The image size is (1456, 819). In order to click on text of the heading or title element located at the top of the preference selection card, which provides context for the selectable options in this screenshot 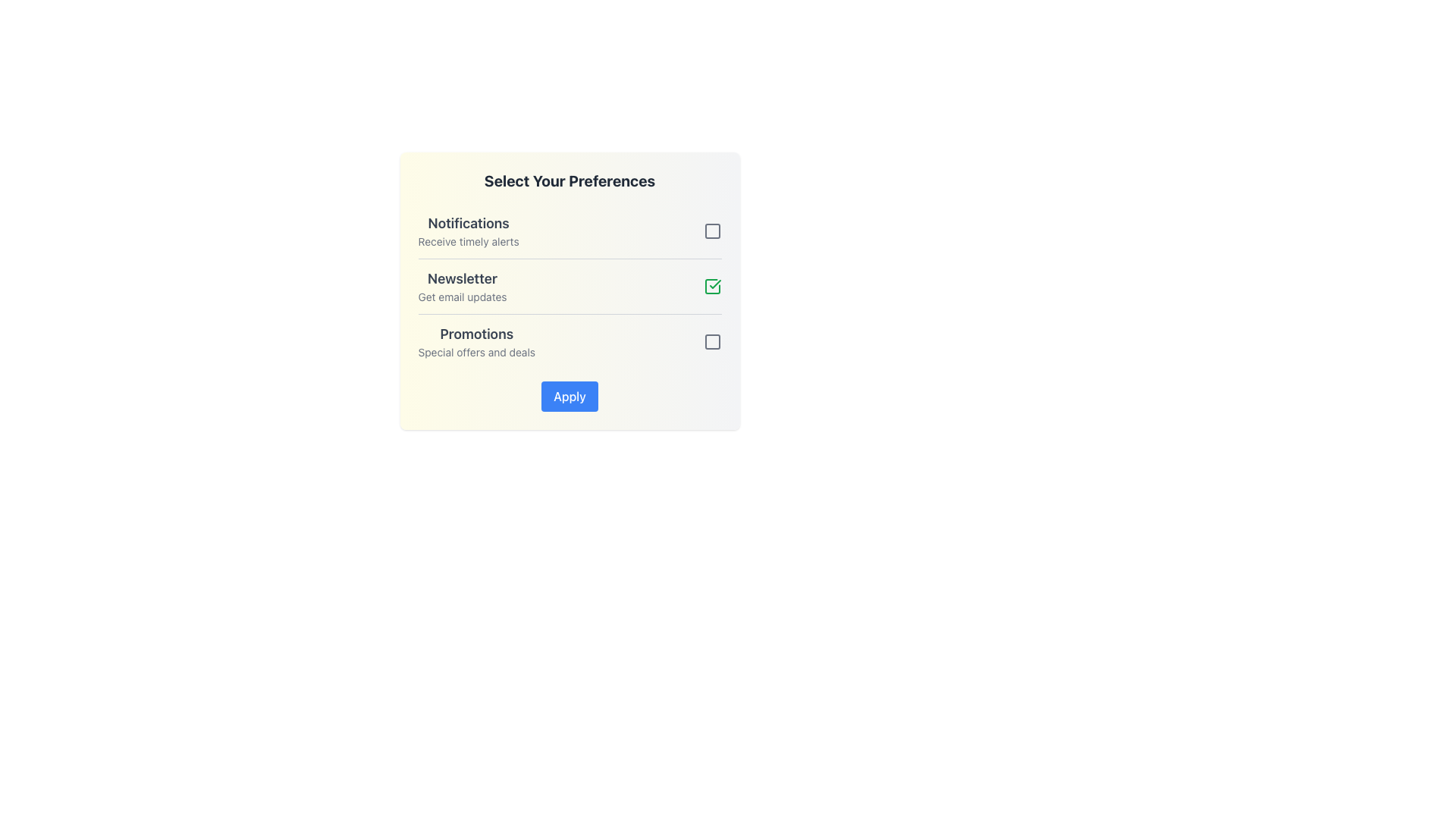, I will do `click(569, 180)`.